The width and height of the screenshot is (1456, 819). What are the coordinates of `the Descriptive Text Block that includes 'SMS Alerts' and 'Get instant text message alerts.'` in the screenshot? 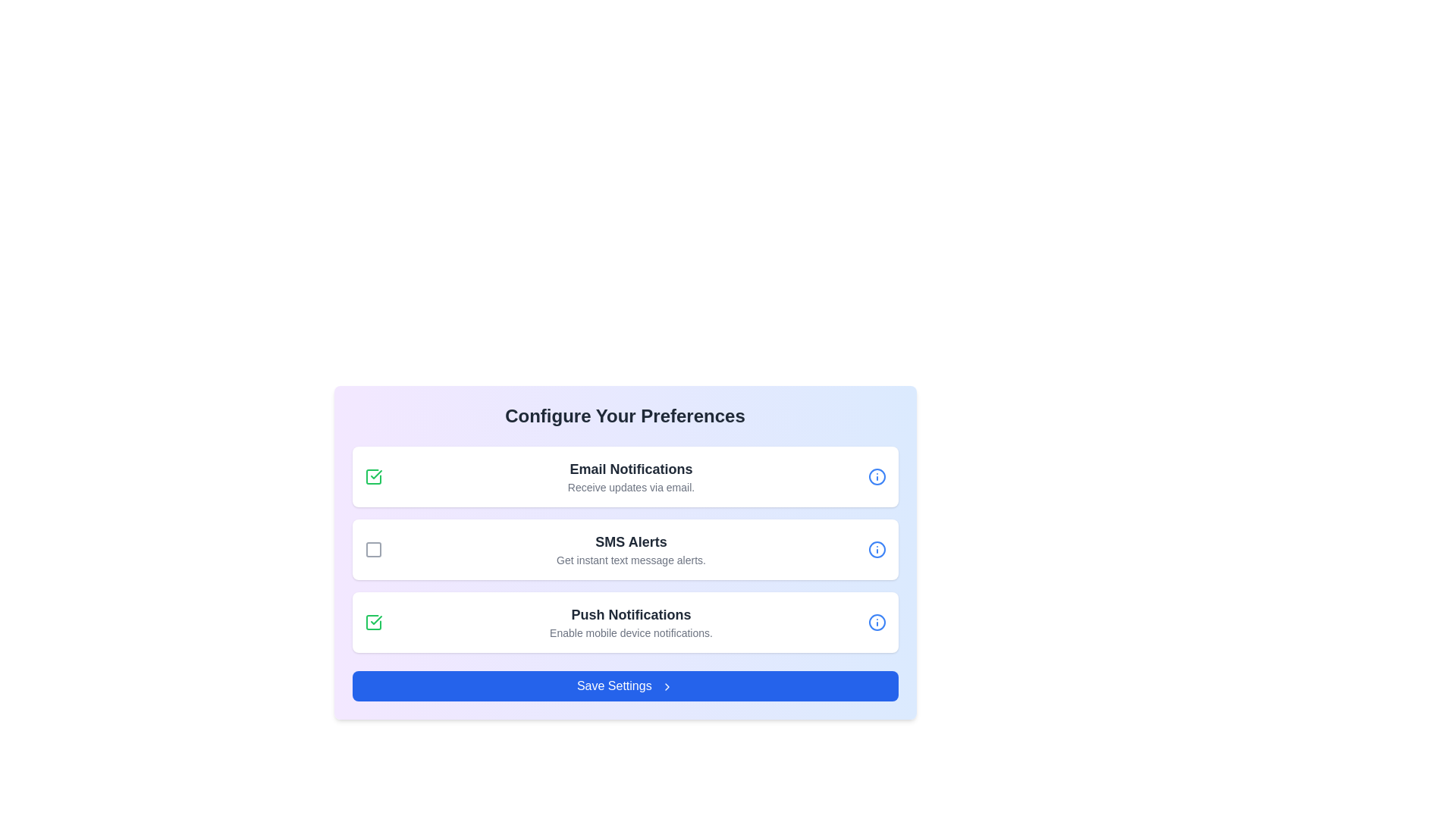 It's located at (631, 550).